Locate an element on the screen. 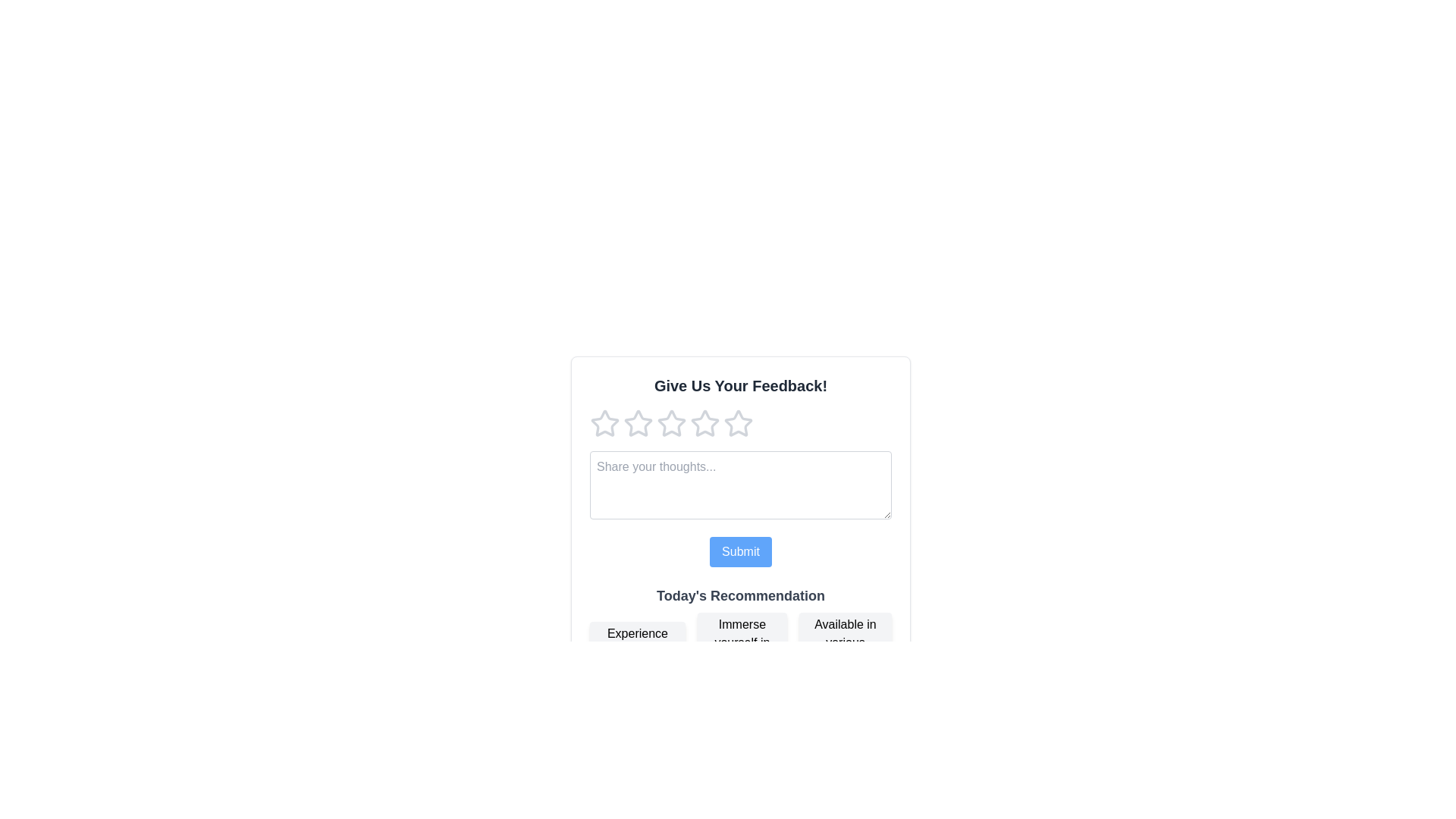 The height and width of the screenshot is (819, 1456). the fourth star icon in the feedback section is located at coordinates (741, 424).